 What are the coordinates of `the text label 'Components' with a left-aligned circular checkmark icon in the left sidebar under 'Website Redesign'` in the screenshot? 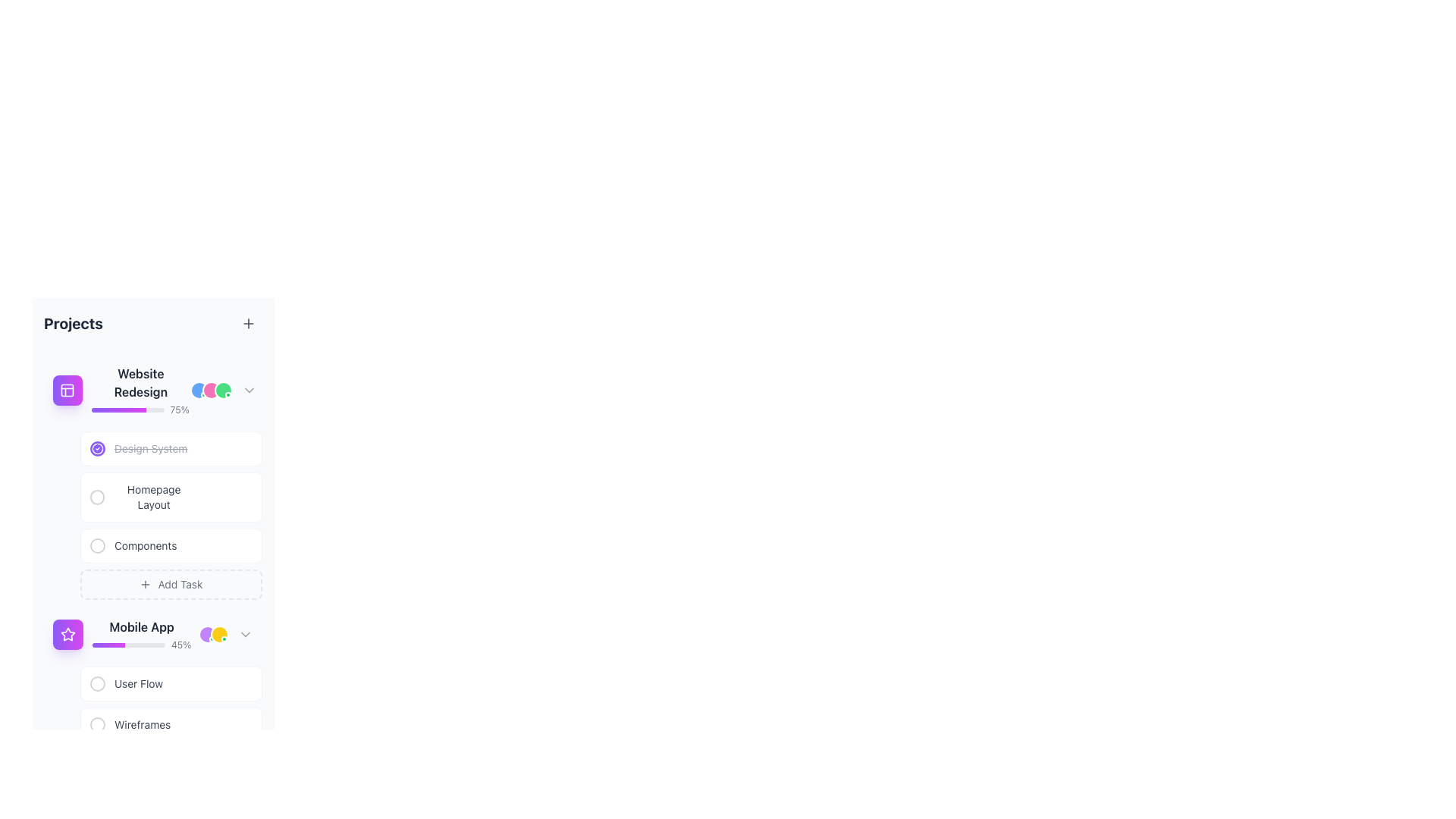 It's located at (133, 546).